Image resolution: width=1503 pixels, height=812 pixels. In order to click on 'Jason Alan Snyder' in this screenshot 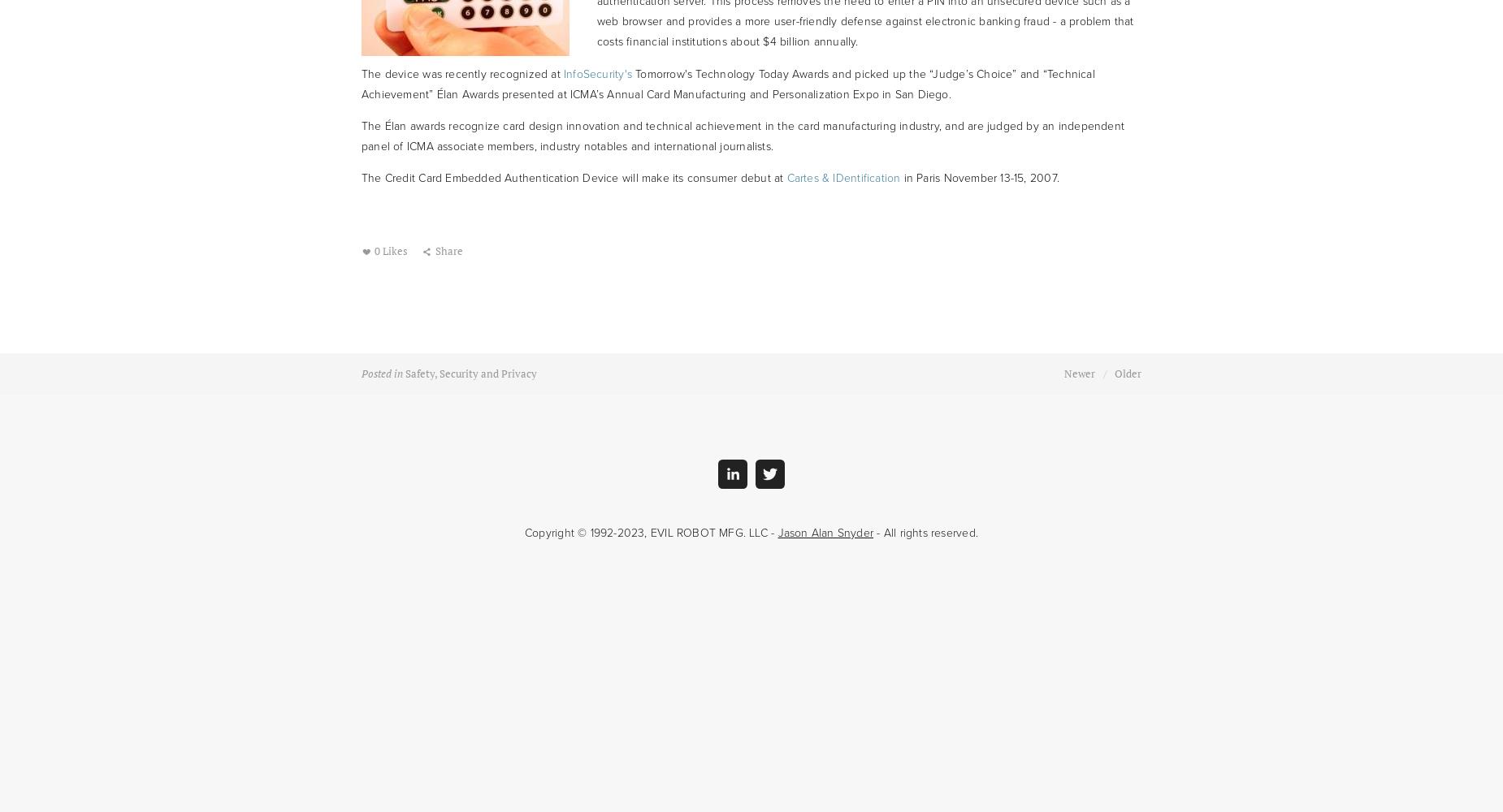, I will do `click(825, 533)`.